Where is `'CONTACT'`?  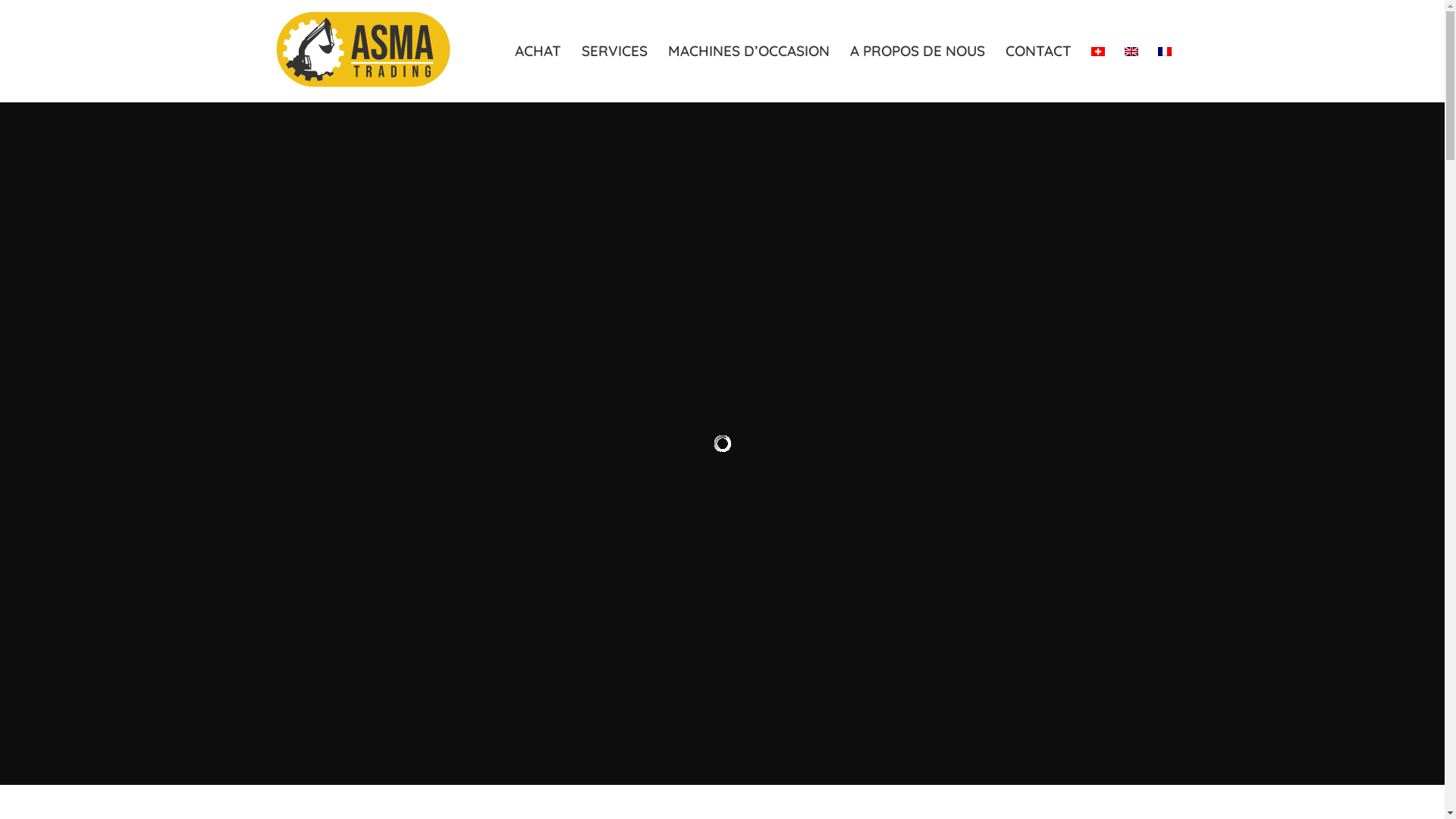 'CONTACT' is located at coordinates (1037, 50).